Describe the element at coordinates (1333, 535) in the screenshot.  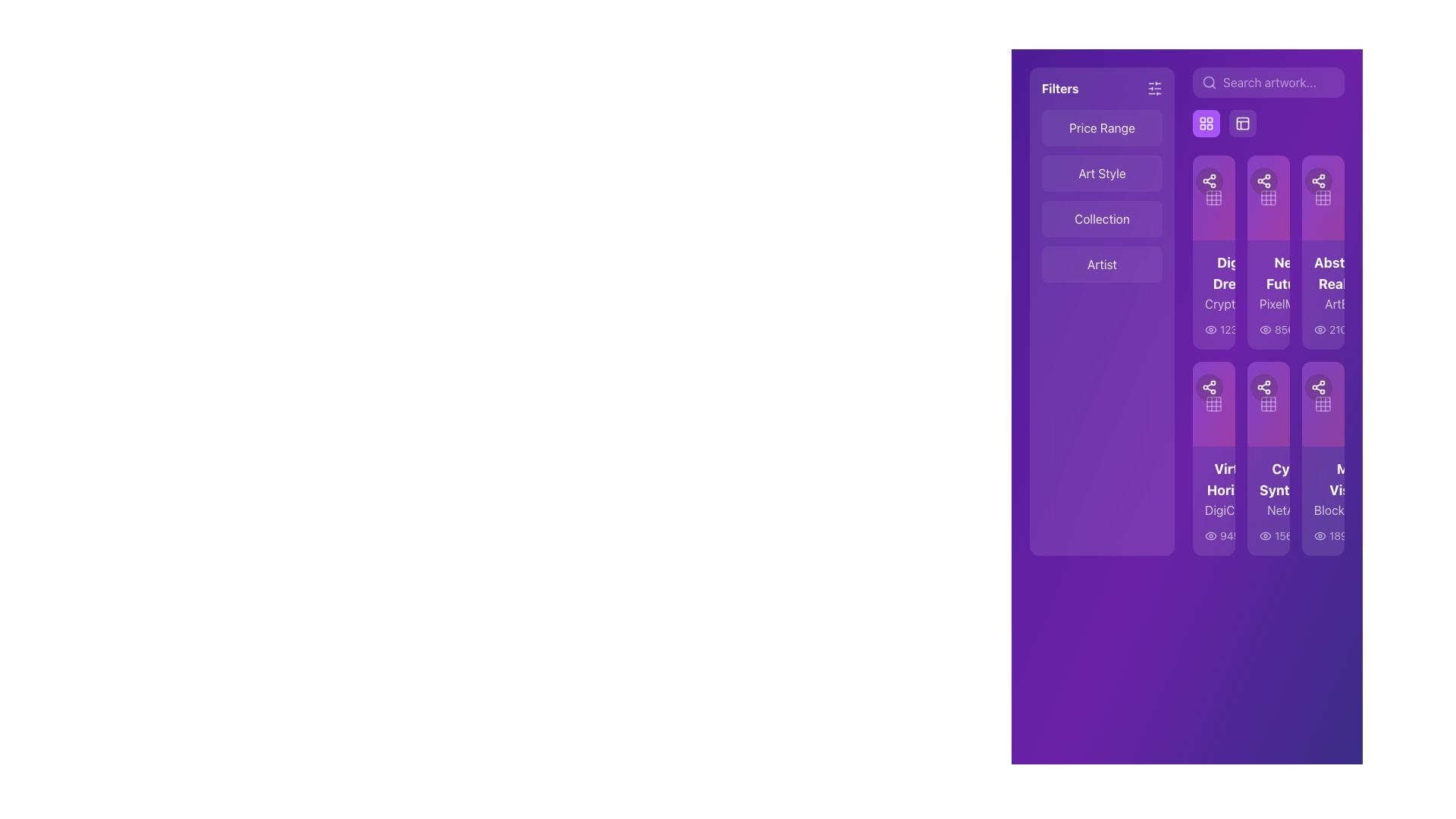
I see `displayed text showing the quantitative measure represented by the text and visibility icon in the rightmost column of the grid, located between the eye icon and the text '145' with a heart icon` at that location.